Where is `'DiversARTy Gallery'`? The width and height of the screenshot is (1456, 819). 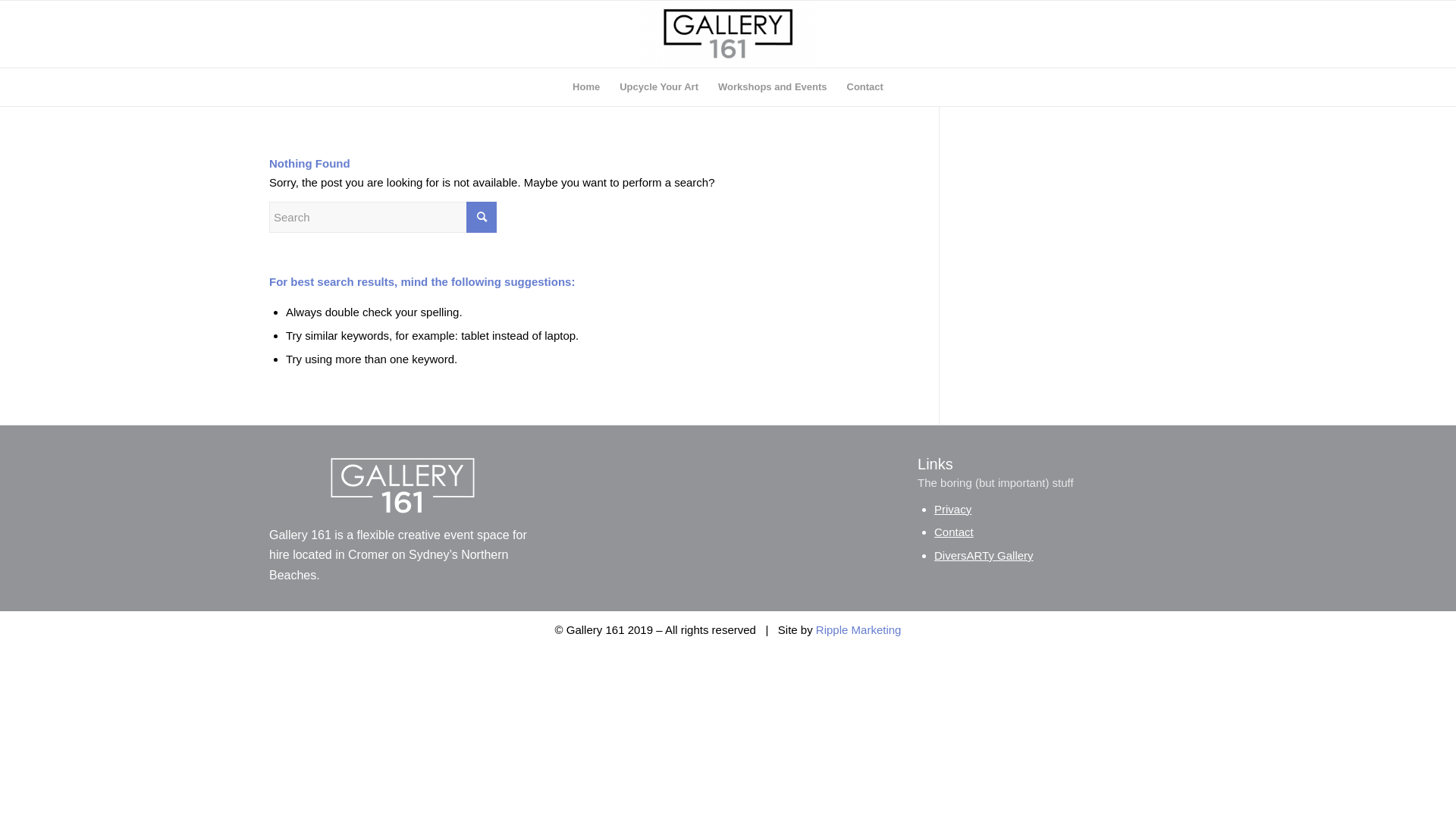 'DiversARTy Gallery' is located at coordinates (984, 555).